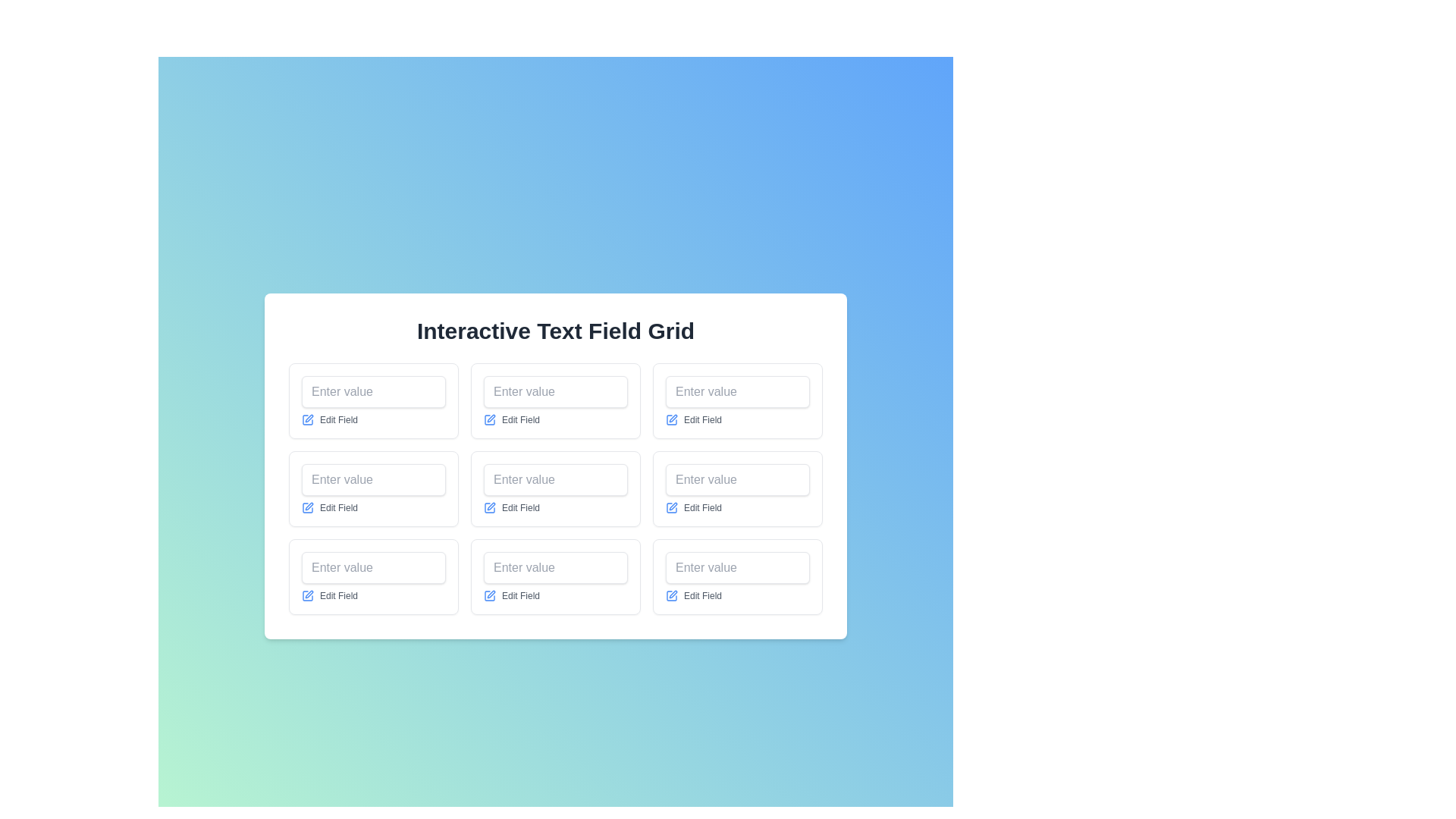 The width and height of the screenshot is (1456, 819). What do you see at coordinates (491, 418) in the screenshot?
I see `the pen icon that symbolizes edit functionality, located to the left of the 'Edit Field' text near the center of the interface` at bounding box center [491, 418].